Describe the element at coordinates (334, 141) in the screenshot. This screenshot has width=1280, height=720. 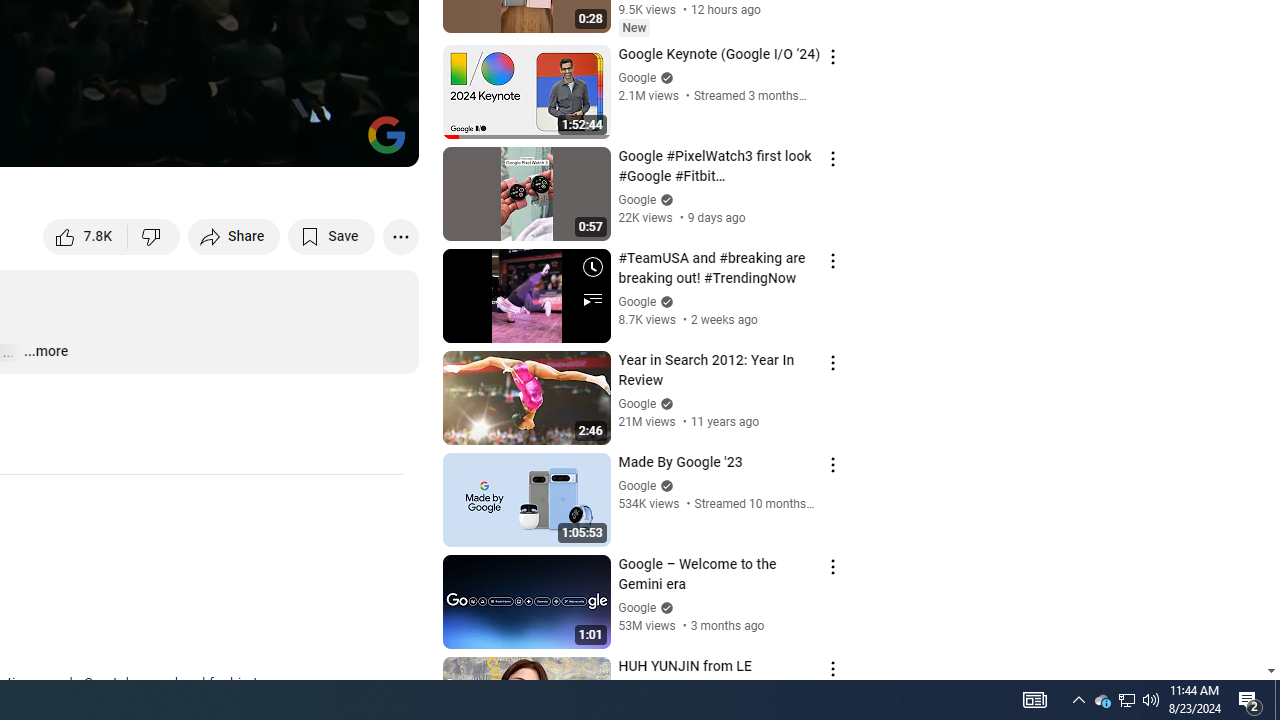
I see `'Theater mode (t)'` at that location.